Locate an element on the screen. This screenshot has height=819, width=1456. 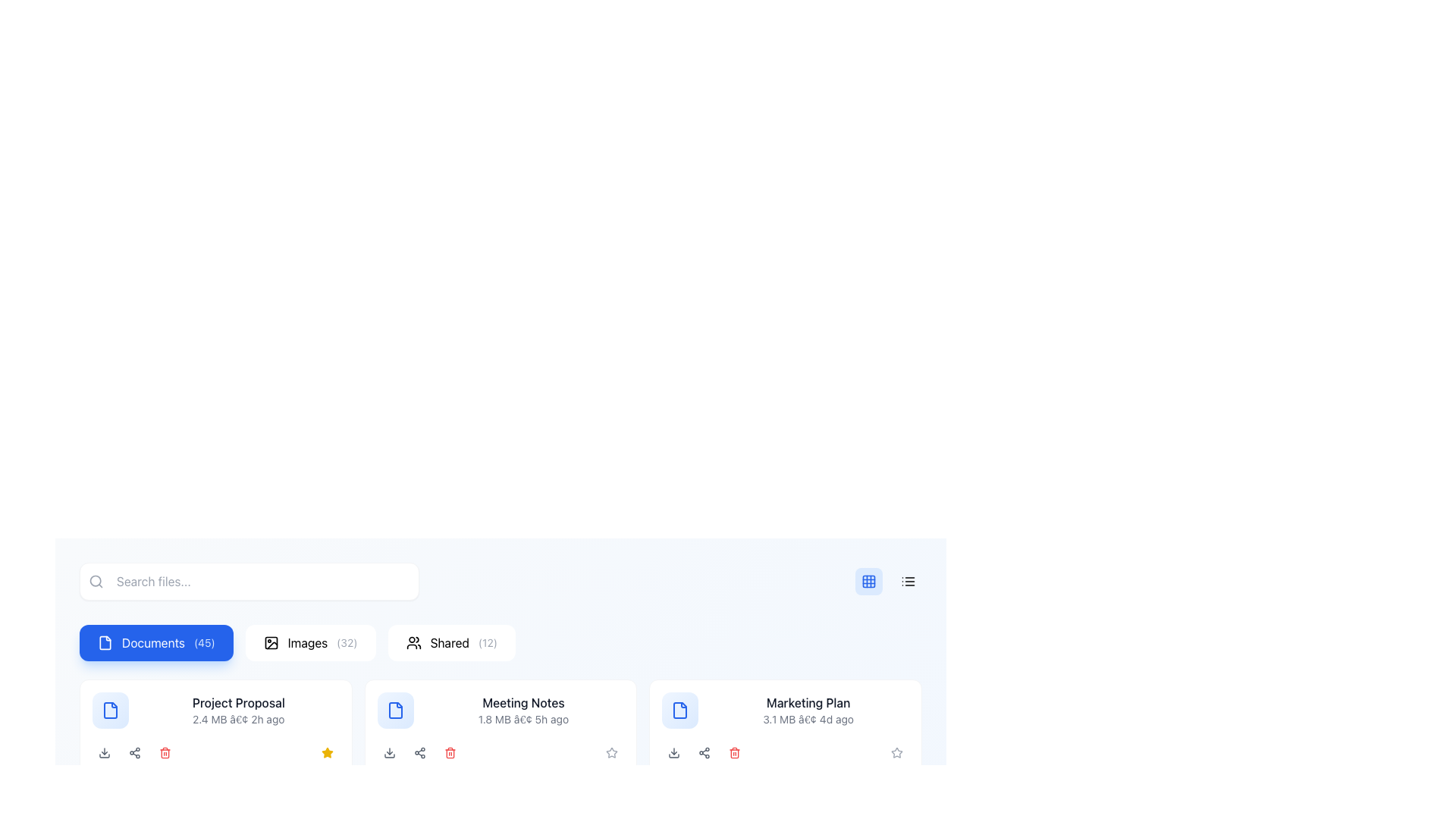
the Navigation bar to interact with tooltips or styling changes is located at coordinates (500, 643).